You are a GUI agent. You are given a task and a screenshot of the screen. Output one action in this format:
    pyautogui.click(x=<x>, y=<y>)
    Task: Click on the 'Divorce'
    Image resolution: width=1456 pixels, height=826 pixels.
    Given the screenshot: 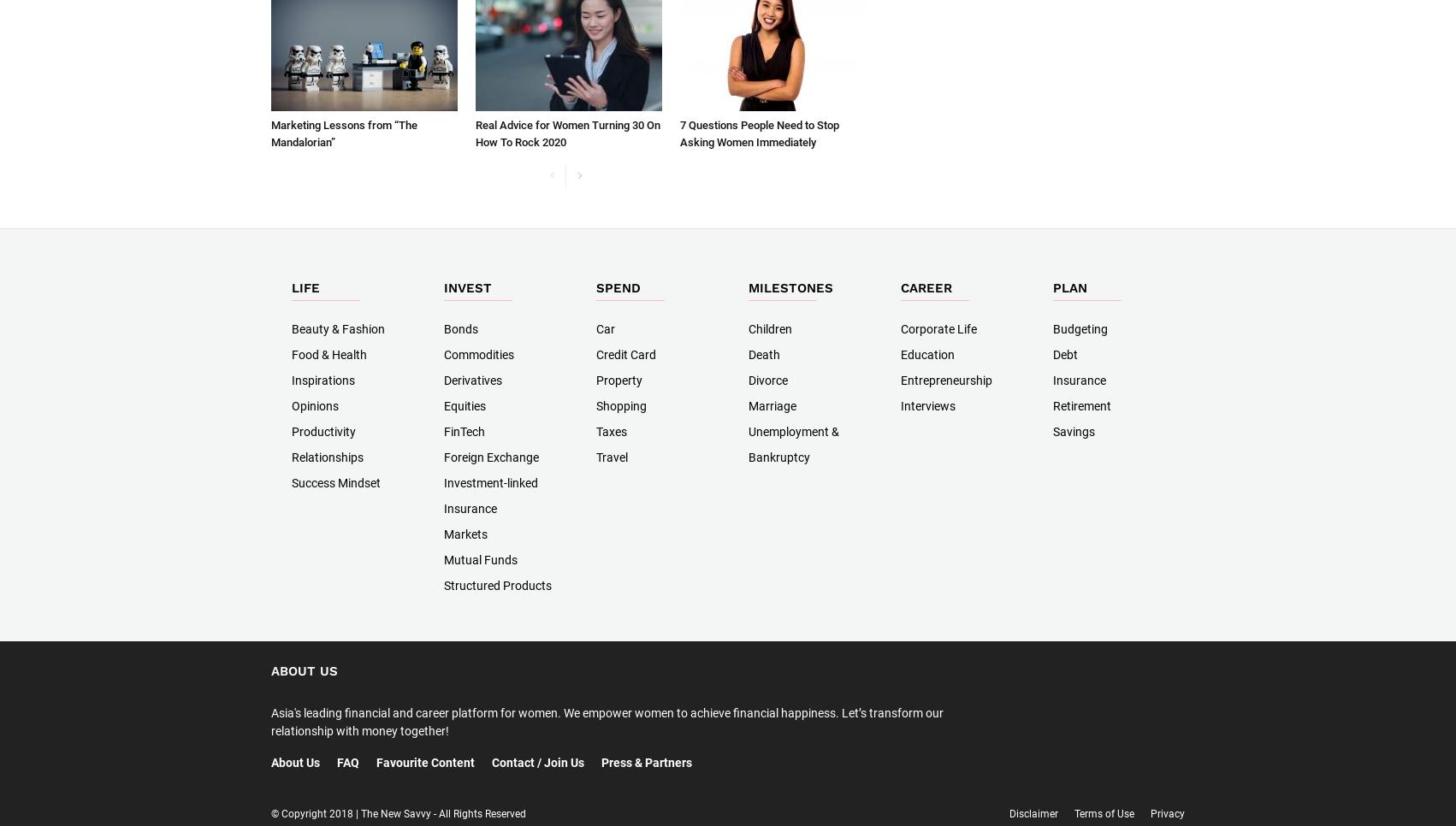 What is the action you would take?
    pyautogui.click(x=767, y=380)
    